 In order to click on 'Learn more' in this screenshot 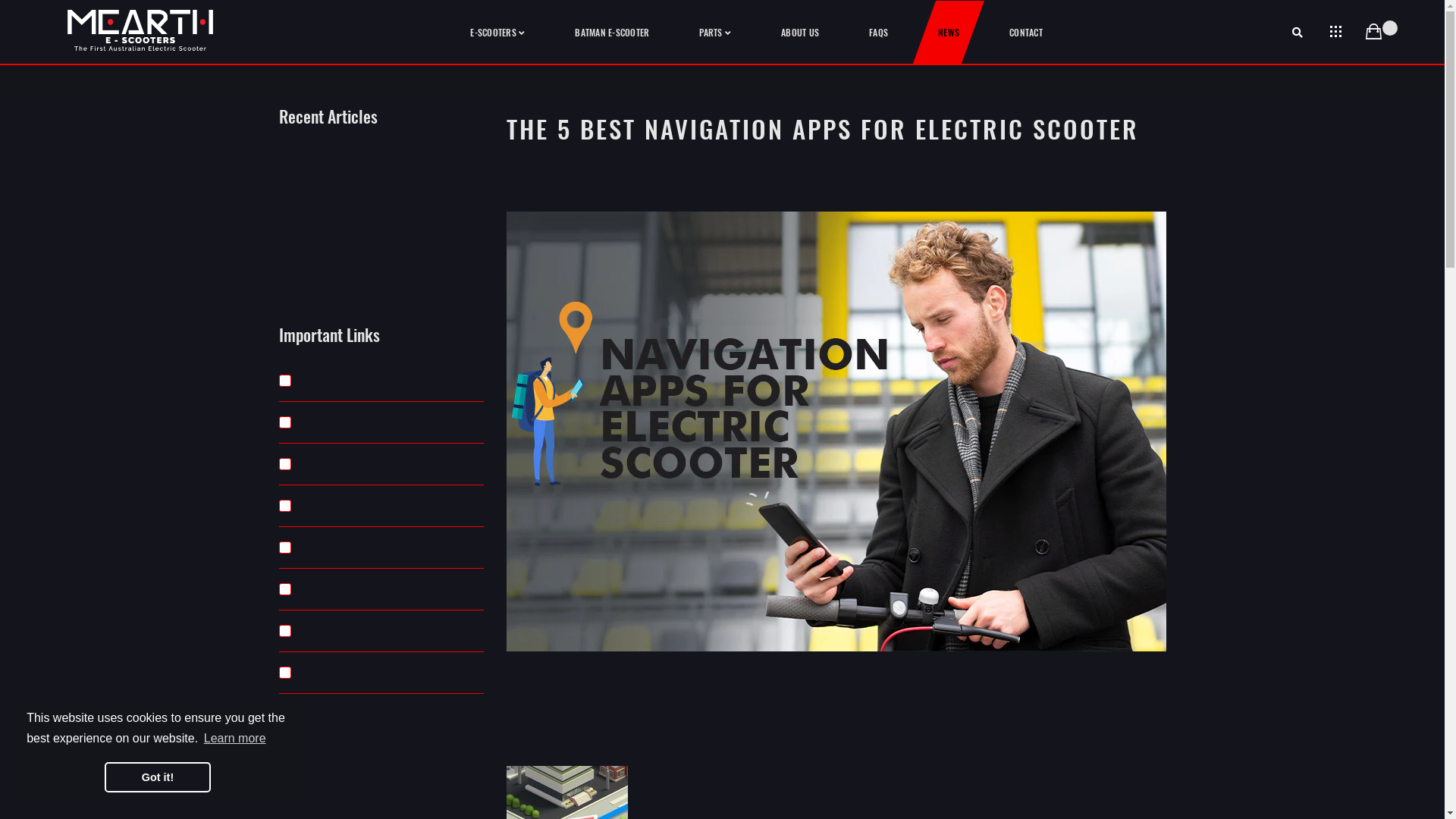, I will do `click(234, 738)`.